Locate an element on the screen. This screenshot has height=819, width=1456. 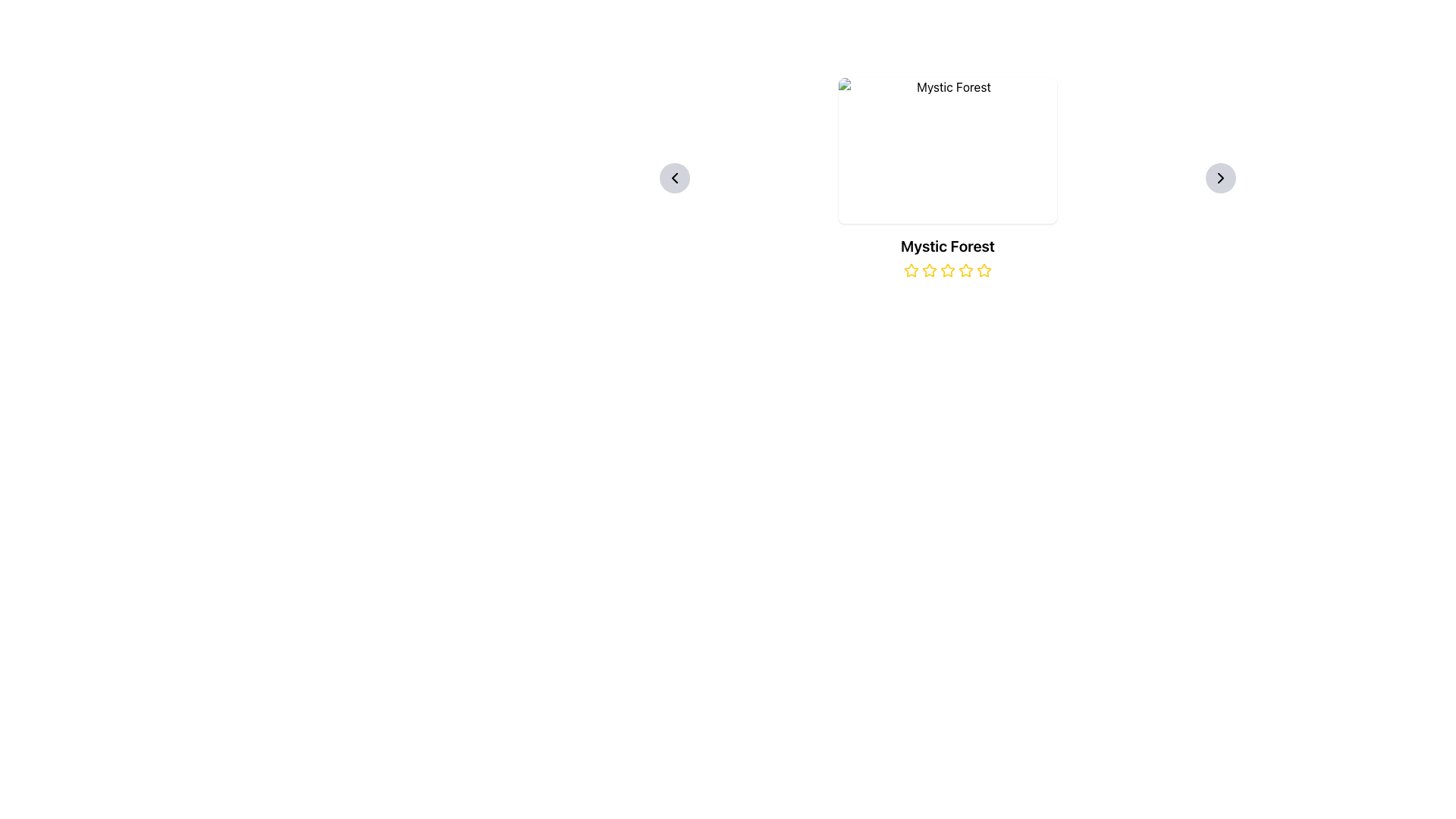
the rightmost rating star icon, which is a small star with a yellow outline and transparent fill, located below the text 'Mystic Forest' is located at coordinates (984, 270).